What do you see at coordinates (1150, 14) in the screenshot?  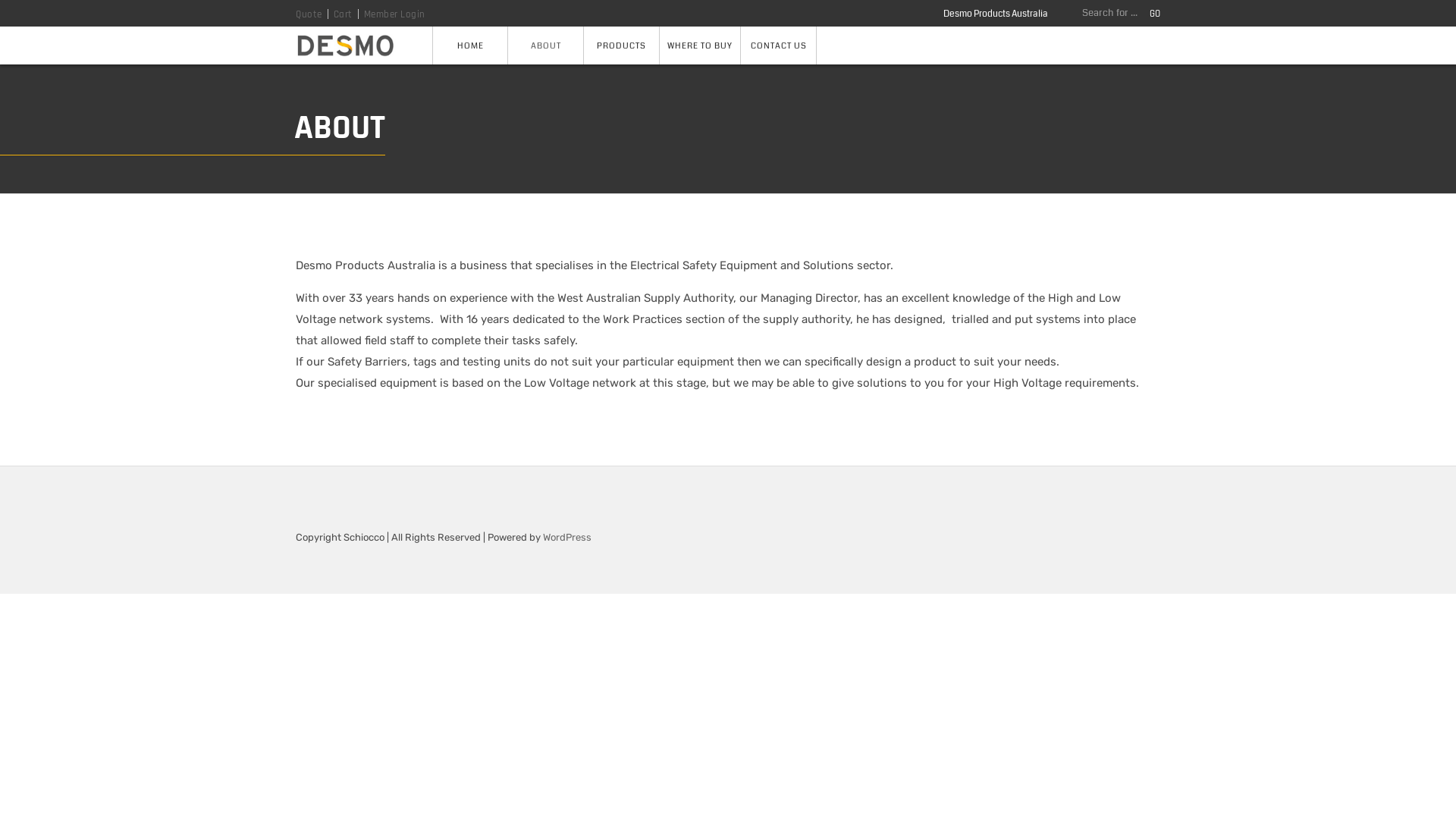 I see `'GO'` at bounding box center [1150, 14].